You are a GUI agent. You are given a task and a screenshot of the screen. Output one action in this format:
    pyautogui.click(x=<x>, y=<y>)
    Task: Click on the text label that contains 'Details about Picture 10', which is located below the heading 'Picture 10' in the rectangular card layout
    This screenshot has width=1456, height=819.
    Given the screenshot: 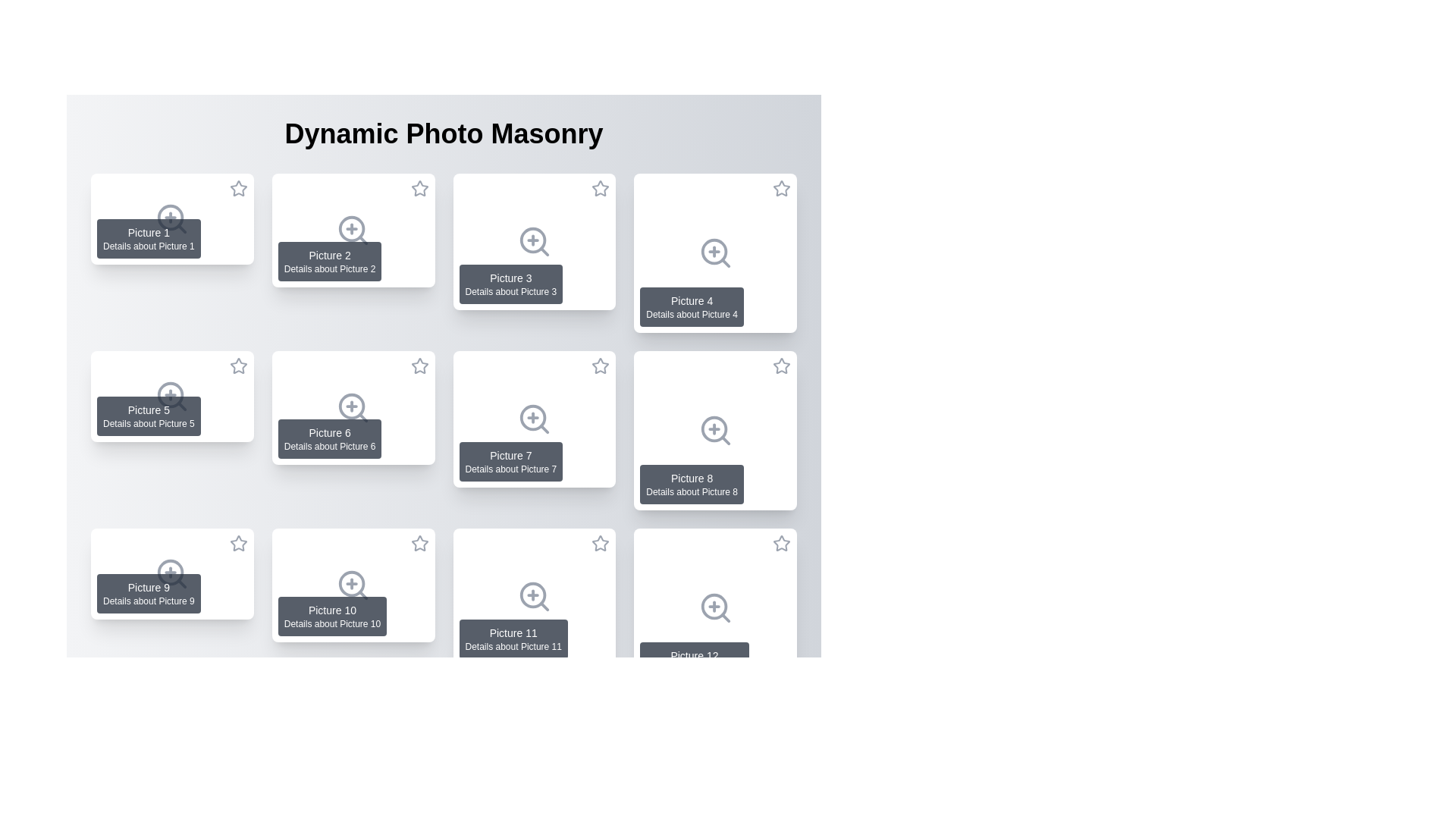 What is the action you would take?
    pyautogui.click(x=331, y=623)
    